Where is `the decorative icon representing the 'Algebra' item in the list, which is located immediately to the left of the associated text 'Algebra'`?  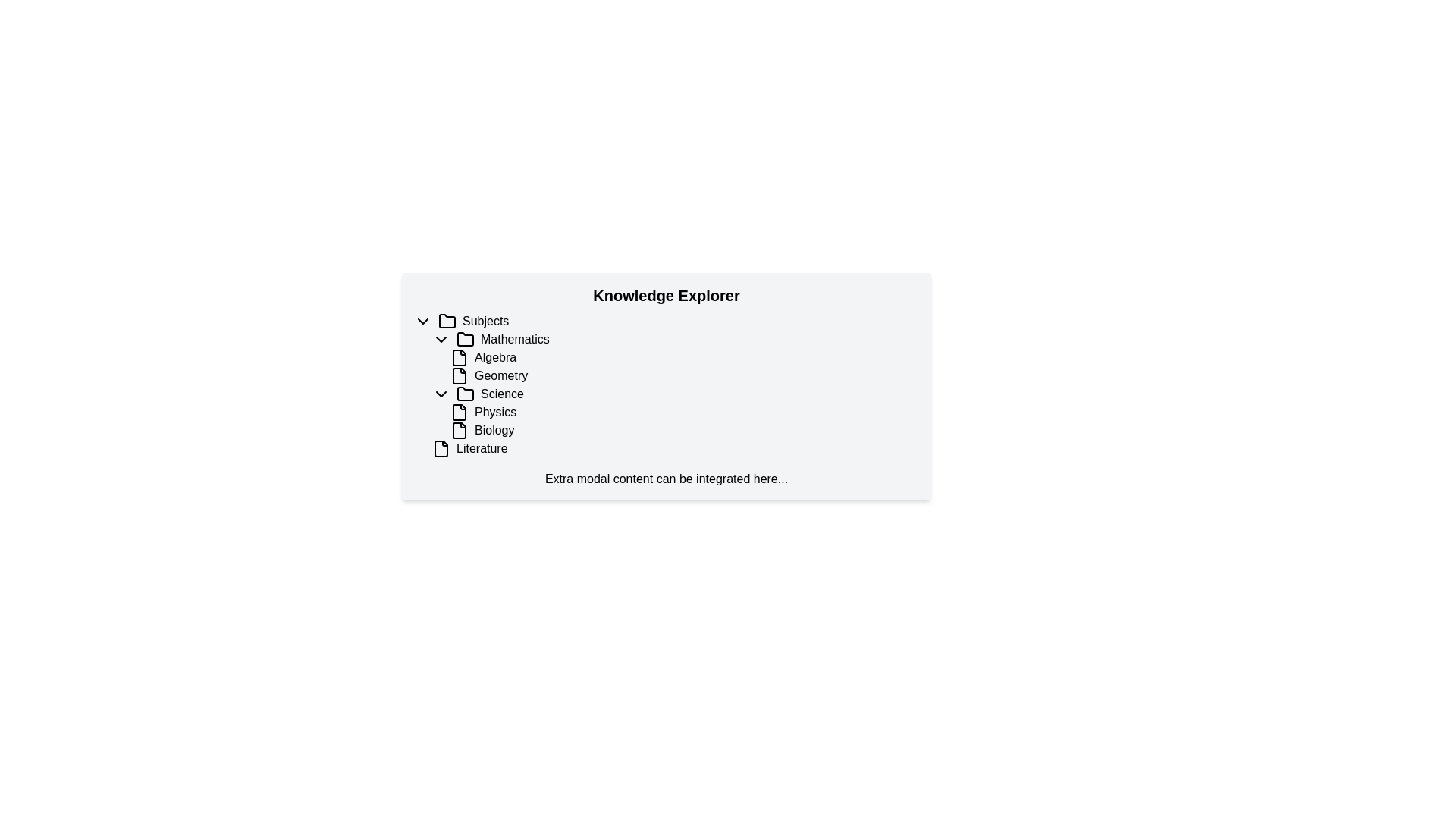
the decorative icon representing the 'Algebra' item in the list, which is located immediately to the left of the associated text 'Algebra' is located at coordinates (458, 357).